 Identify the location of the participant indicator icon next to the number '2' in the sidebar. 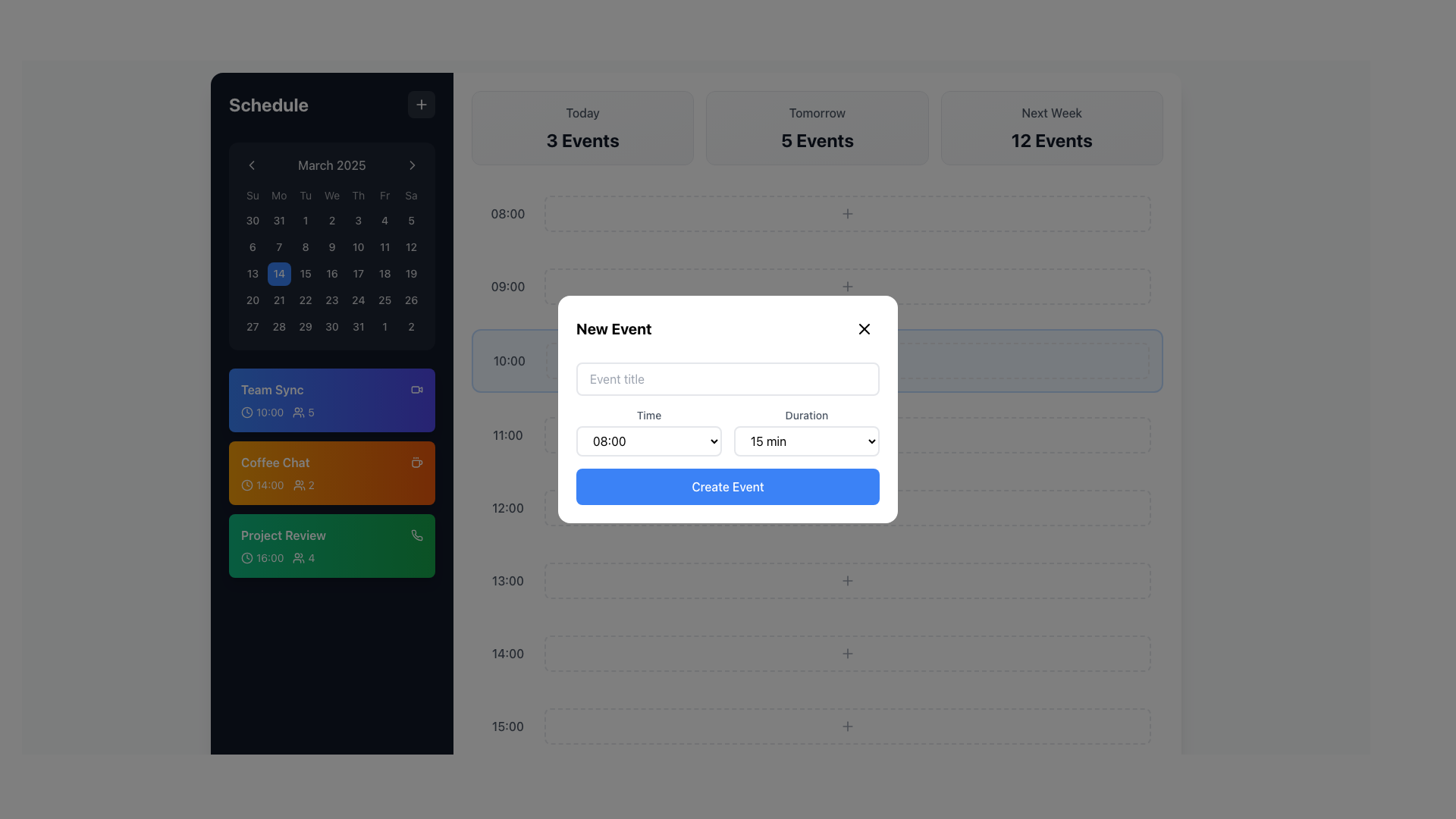
(299, 485).